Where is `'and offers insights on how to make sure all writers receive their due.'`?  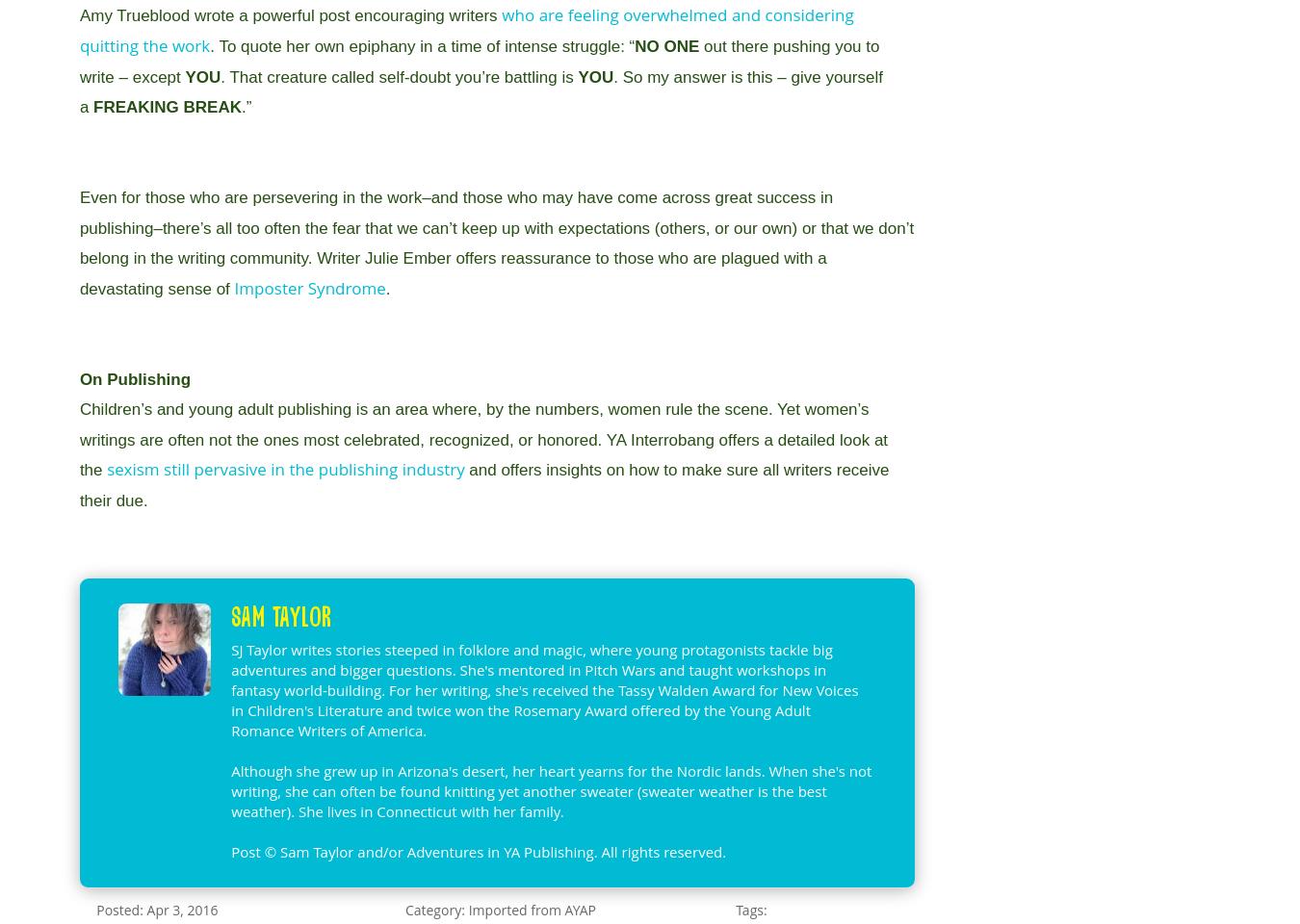
'and offers insights on how to make sure all writers receive their due.' is located at coordinates (482, 484).